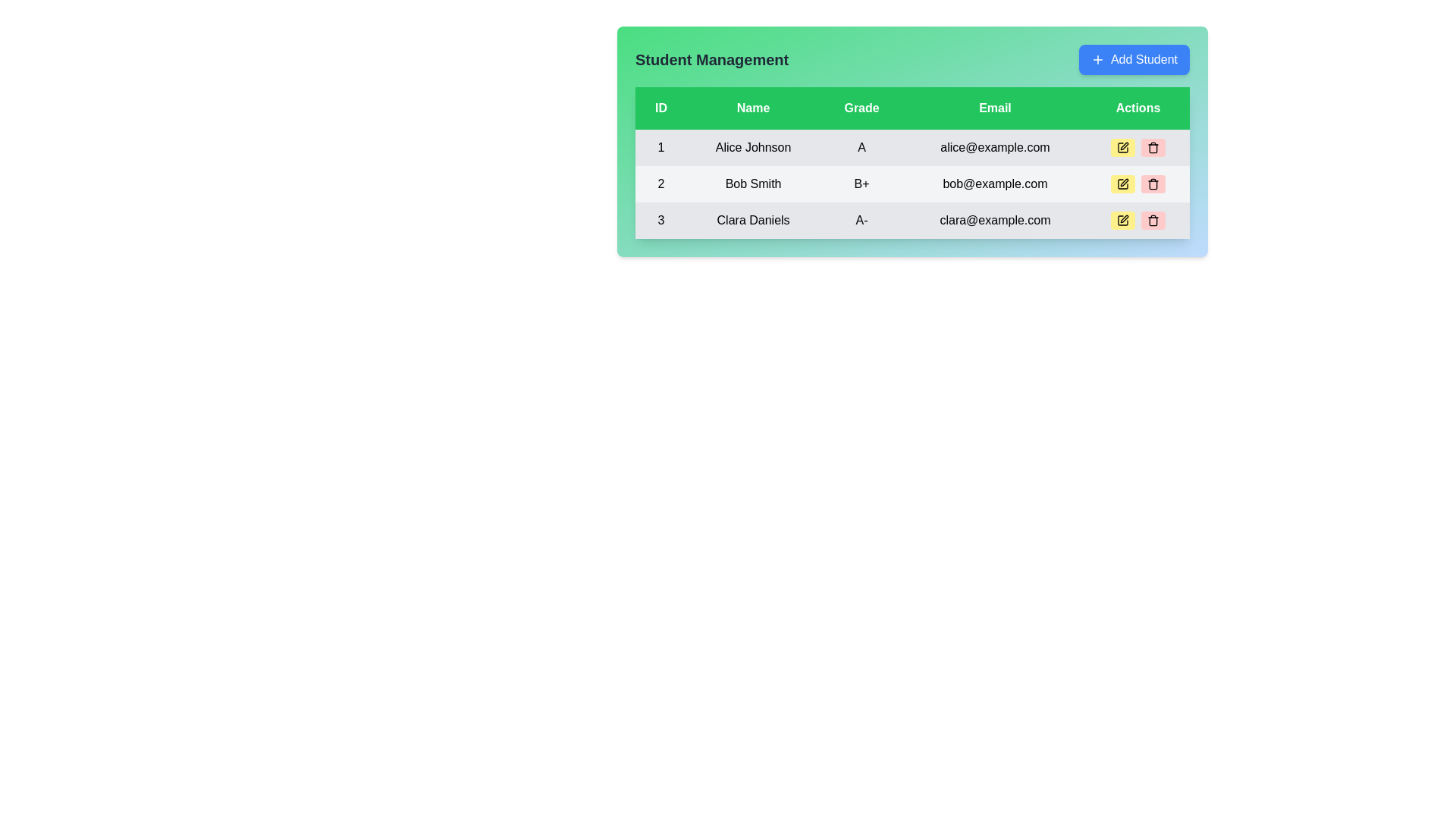  I want to click on the 'edit' button in the 'Actions' column for the table row corresponding to 'Bob Smith', so click(1122, 184).